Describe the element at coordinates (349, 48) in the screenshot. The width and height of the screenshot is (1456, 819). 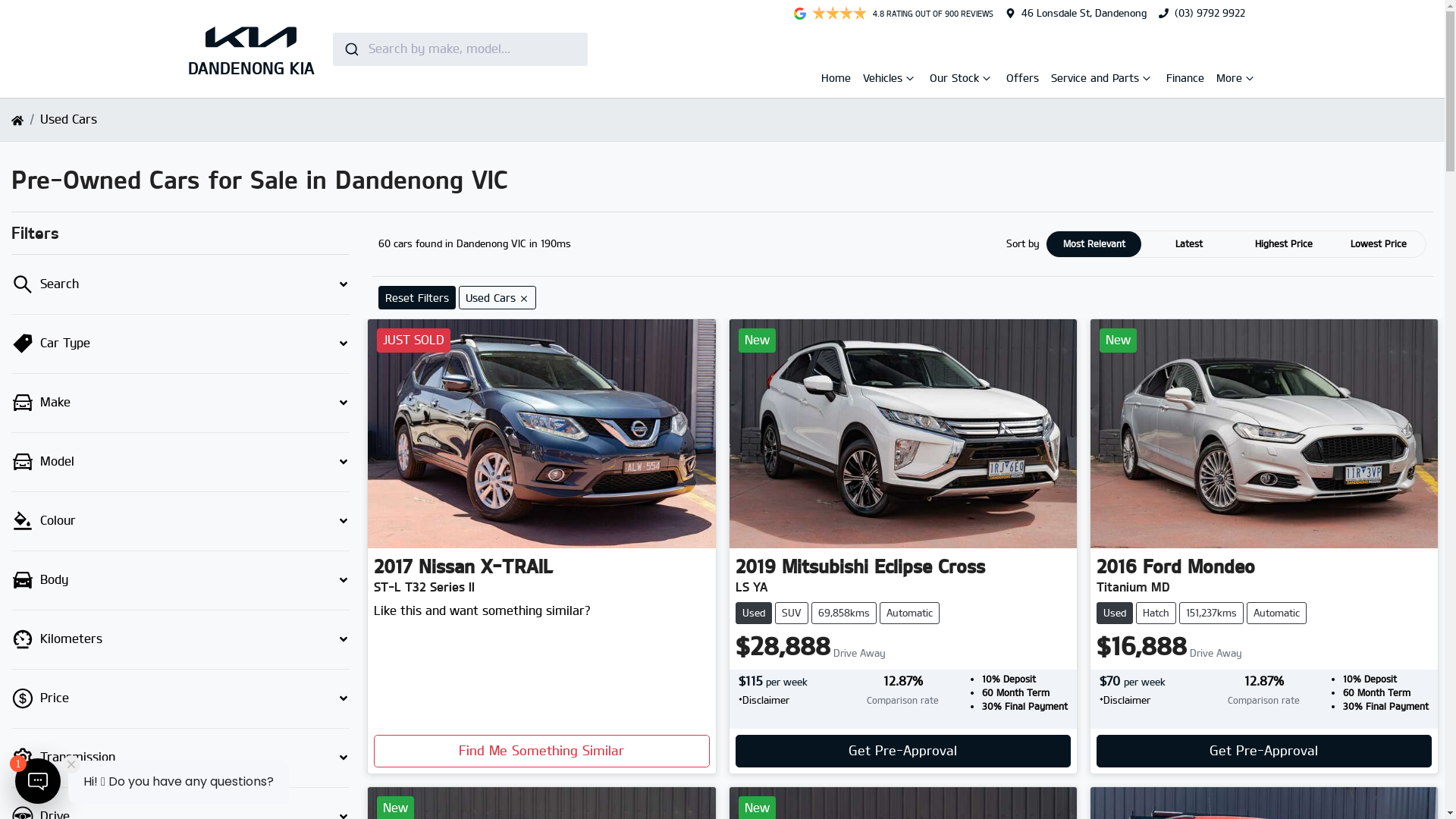
I see `'Submit'` at that location.